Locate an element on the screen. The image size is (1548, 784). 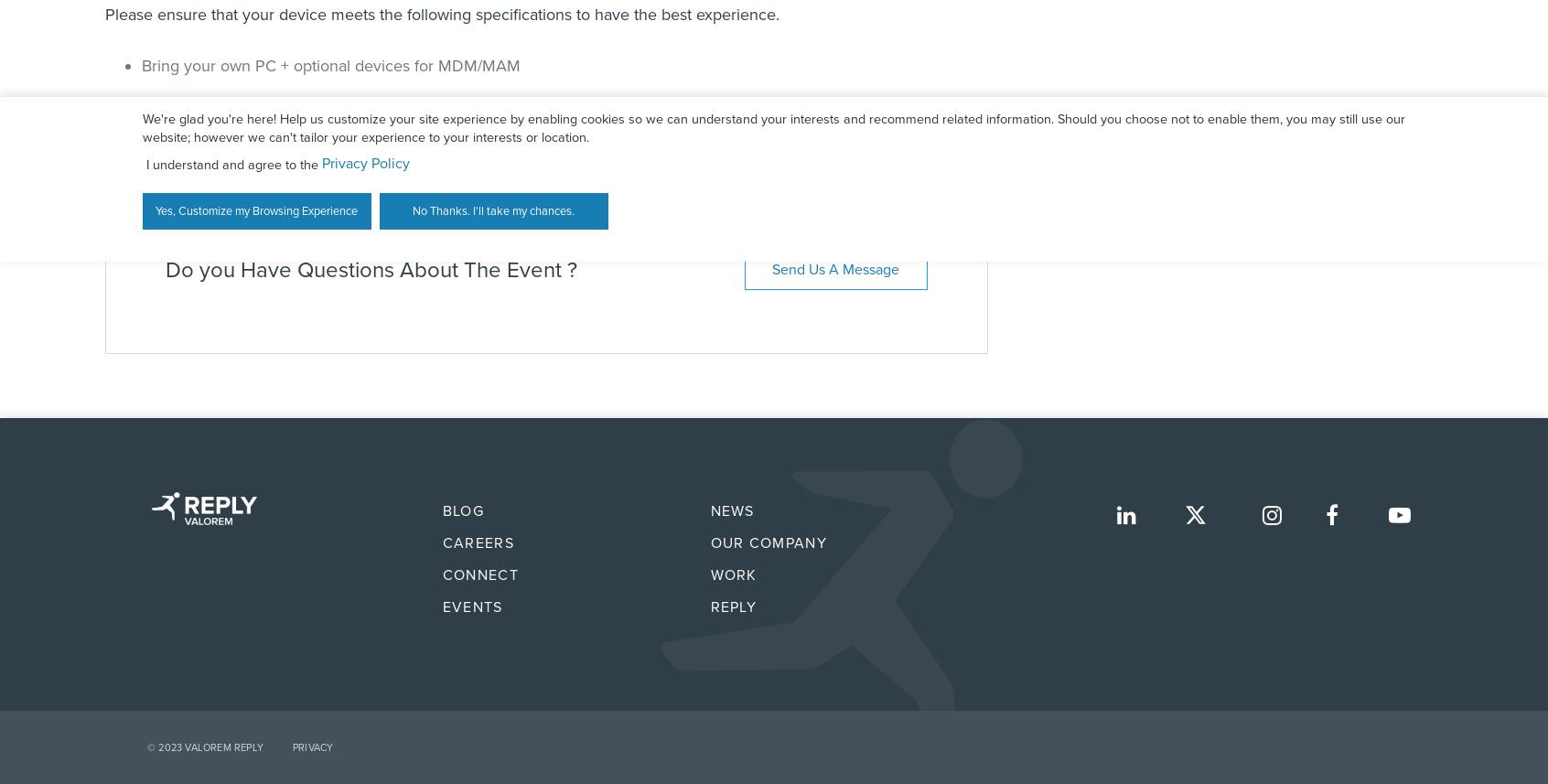
'PRIVACY' is located at coordinates (291, 746).